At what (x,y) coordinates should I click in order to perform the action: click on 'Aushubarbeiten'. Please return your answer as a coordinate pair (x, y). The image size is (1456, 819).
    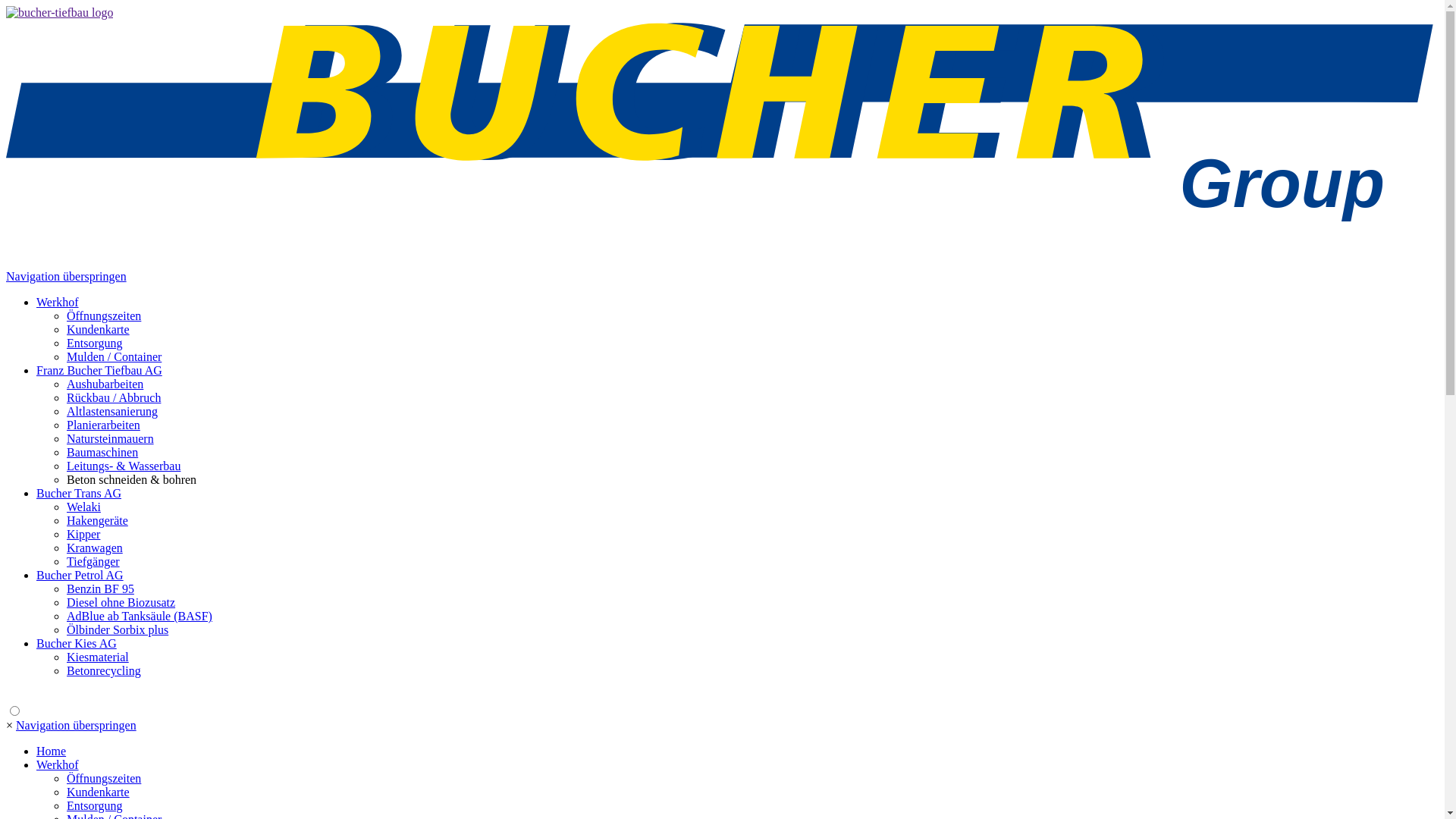
    Looking at the image, I should click on (65, 383).